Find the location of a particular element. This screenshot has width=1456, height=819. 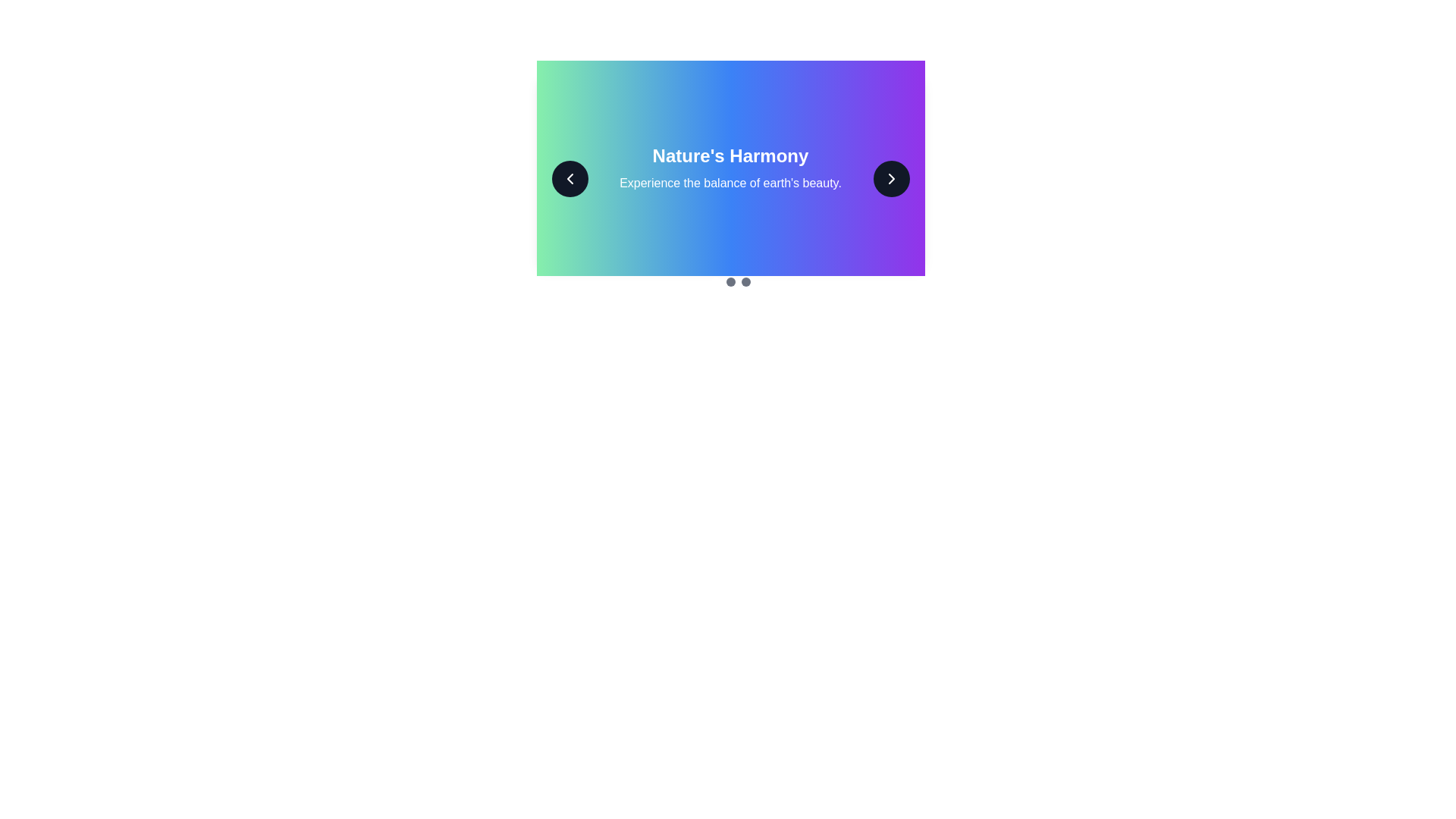

the small, right-pointing chevron icon located inside the dark circular button in the top-right corner of the color gradient box element is located at coordinates (891, 177).